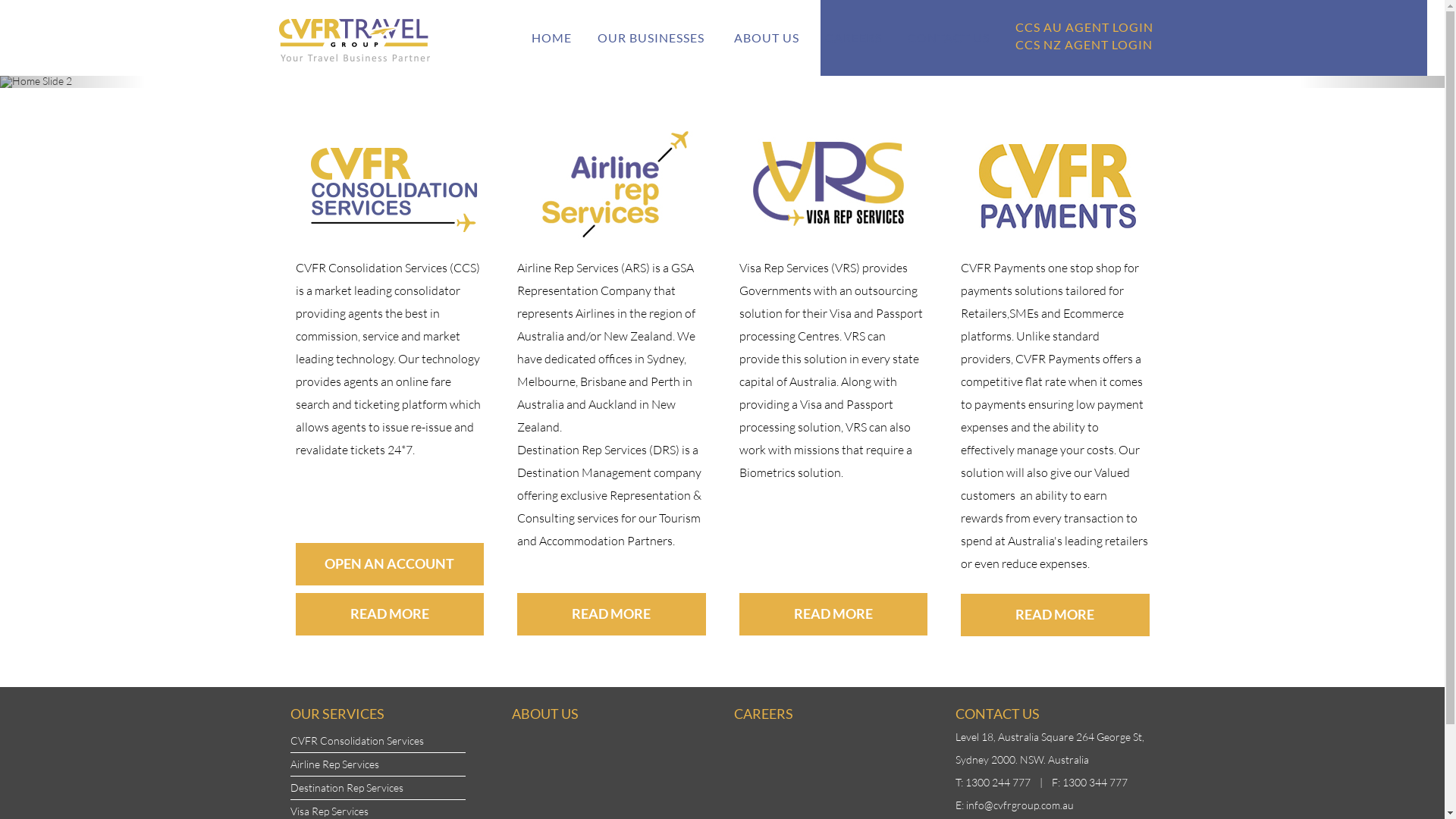 The width and height of the screenshot is (1456, 819). I want to click on 'CAREERS', so click(764, 714).